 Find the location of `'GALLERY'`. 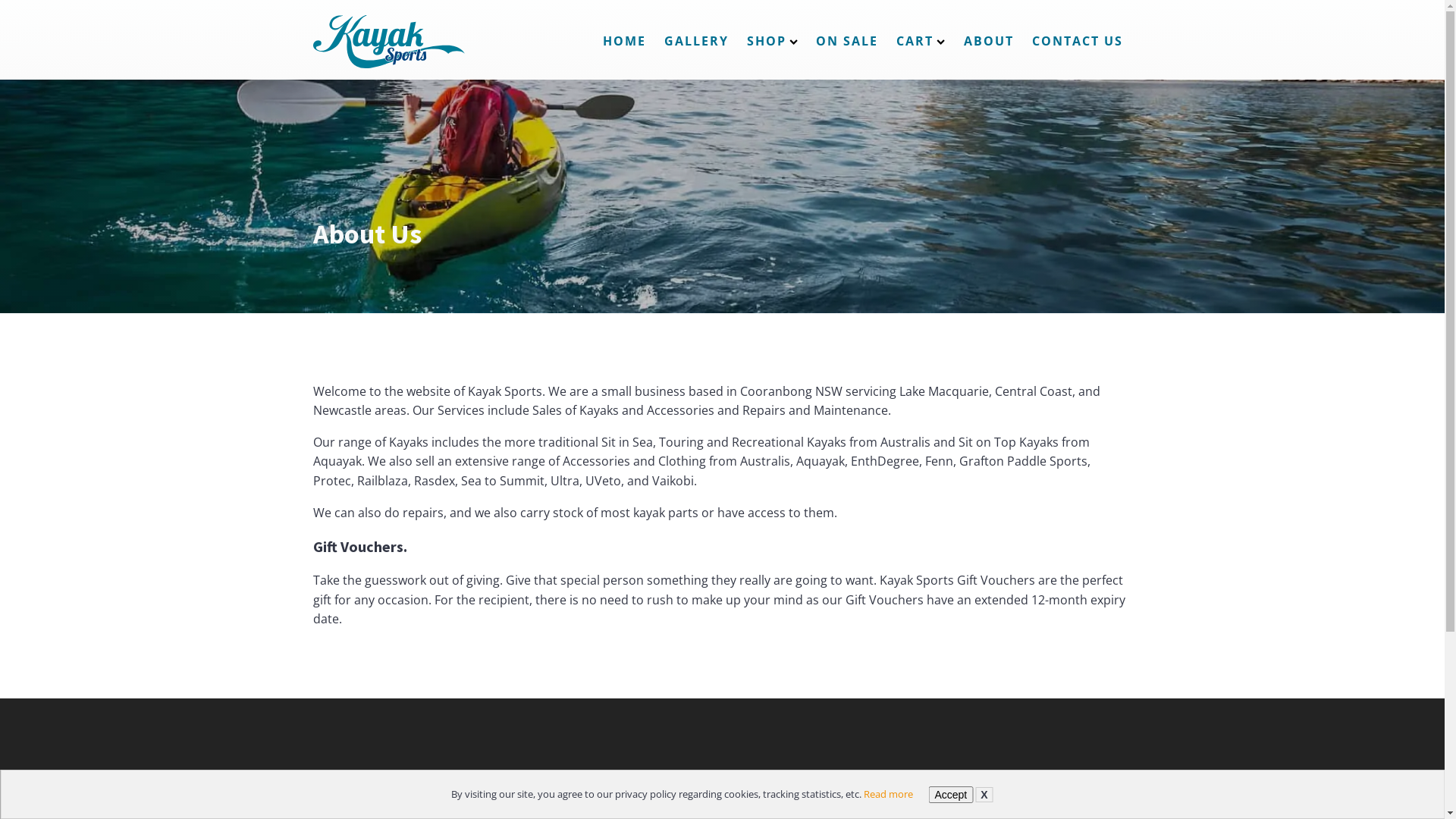

'GALLERY' is located at coordinates (695, 40).